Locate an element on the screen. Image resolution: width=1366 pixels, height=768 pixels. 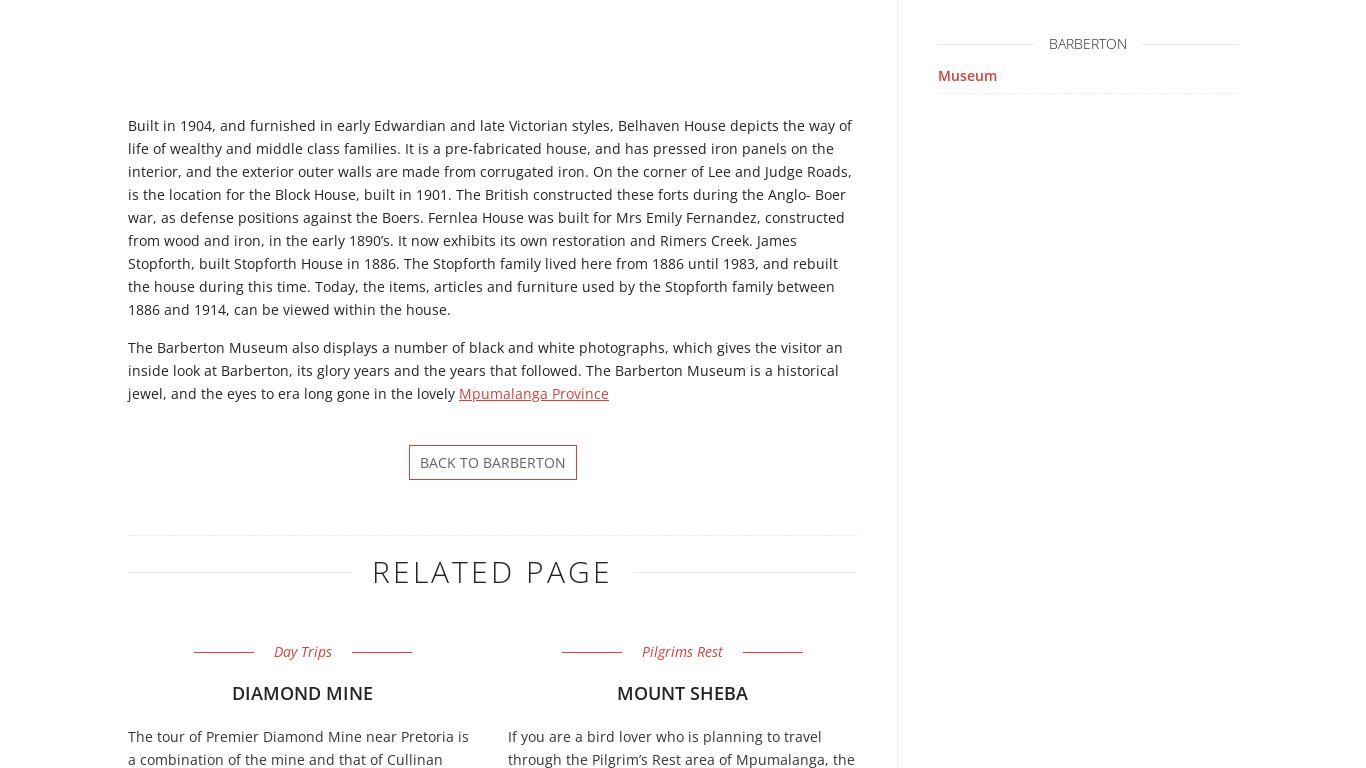
'Day Trips' is located at coordinates (302, 650).